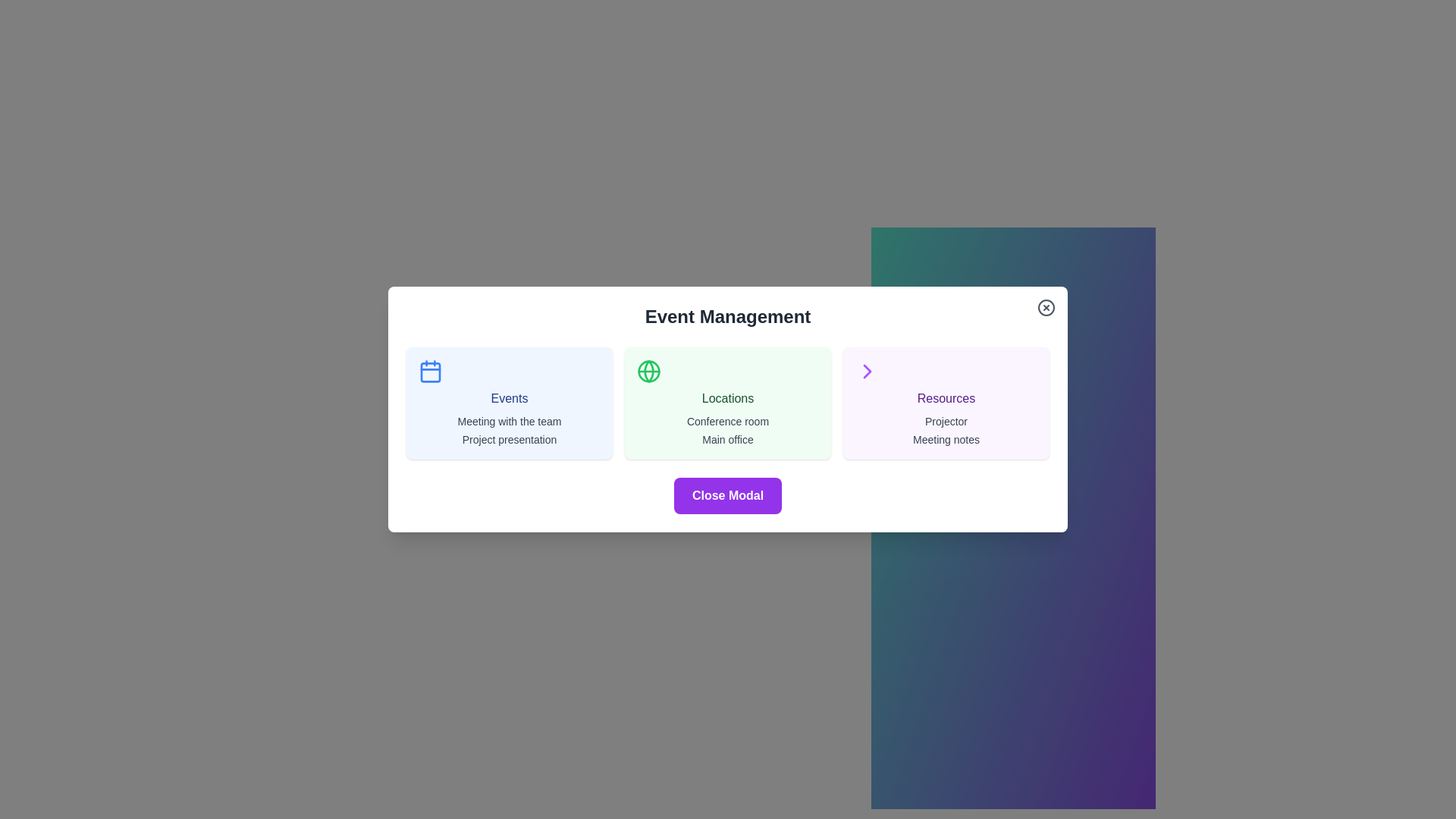  Describe the element at coordinates (946, 439) in the screenshot. I see `the static text label in the 'Resources' section of the modal dialog, located below the 'Projector' text` at that location.